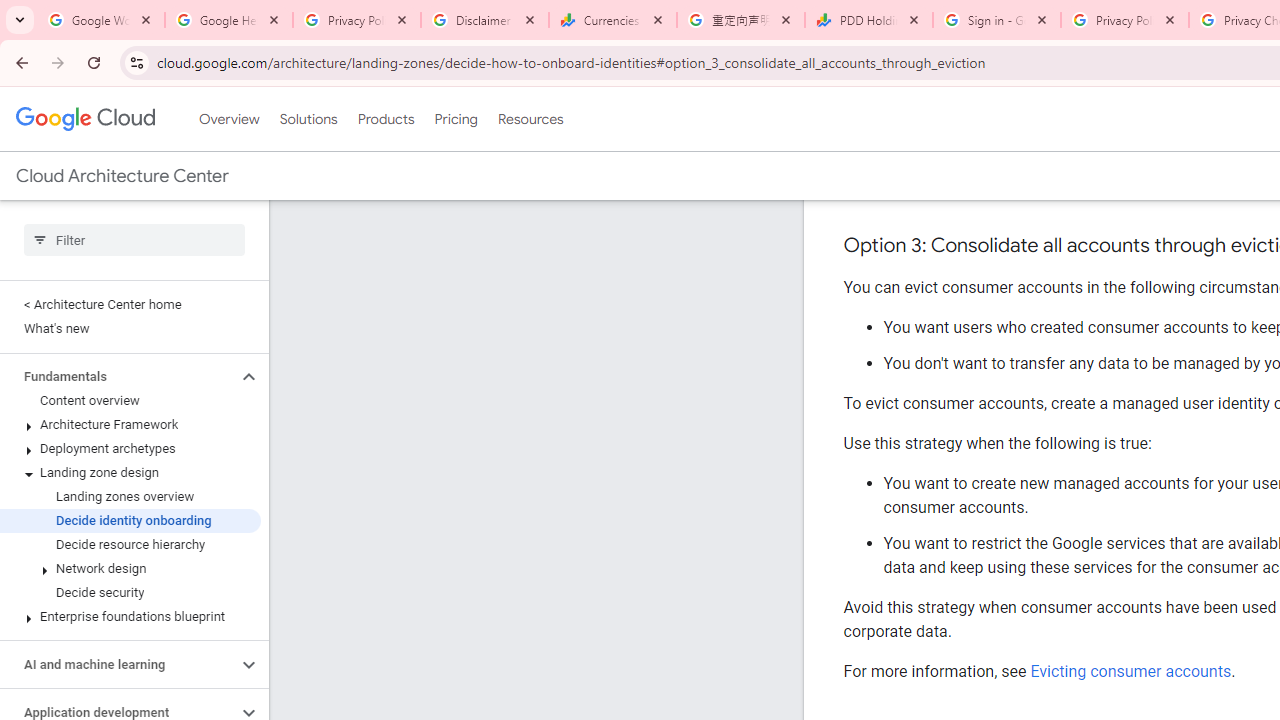 The width and height of the screenshot is (1280, 720). What do you see at coordinates (133, 239) in the screenshot?
I see `'Type to filter'` at bounding box center [133, 239].